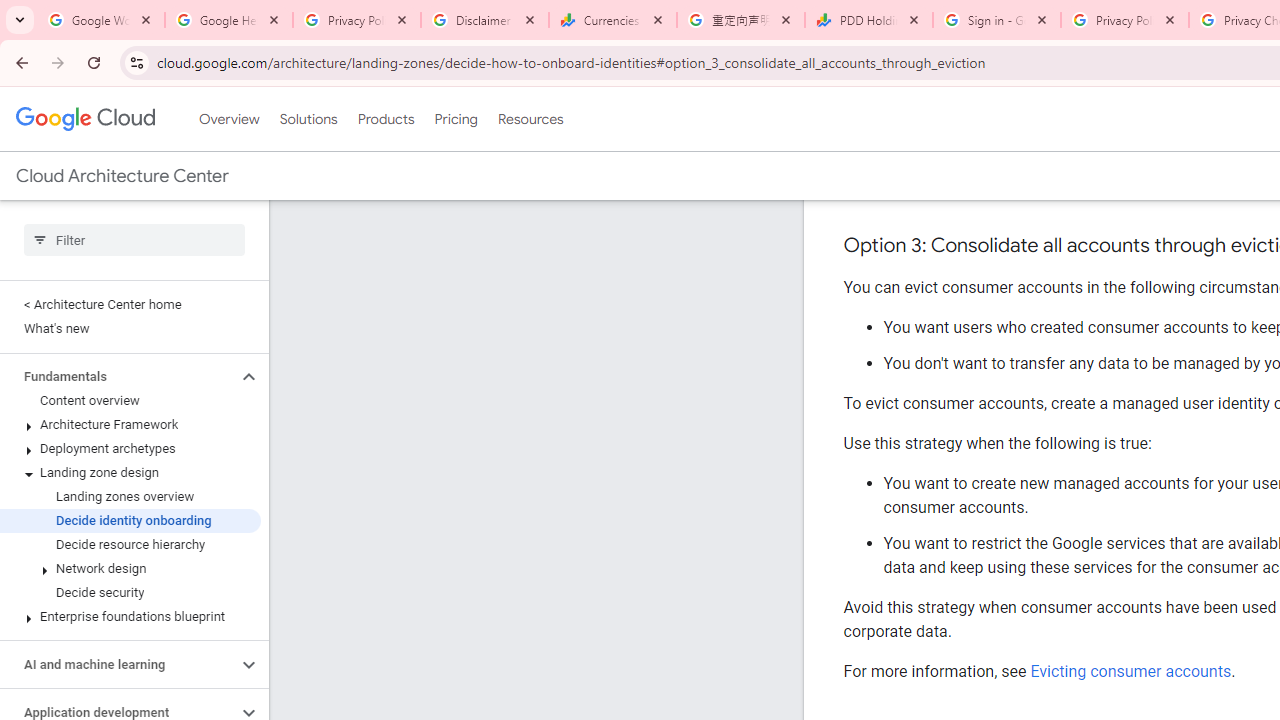 The width and height of the screenshot is (1280, 720). What do you see at coordinates (133, 239) in the screenshot?
I see `'Type to filter'` at bounding box center [133, 239].